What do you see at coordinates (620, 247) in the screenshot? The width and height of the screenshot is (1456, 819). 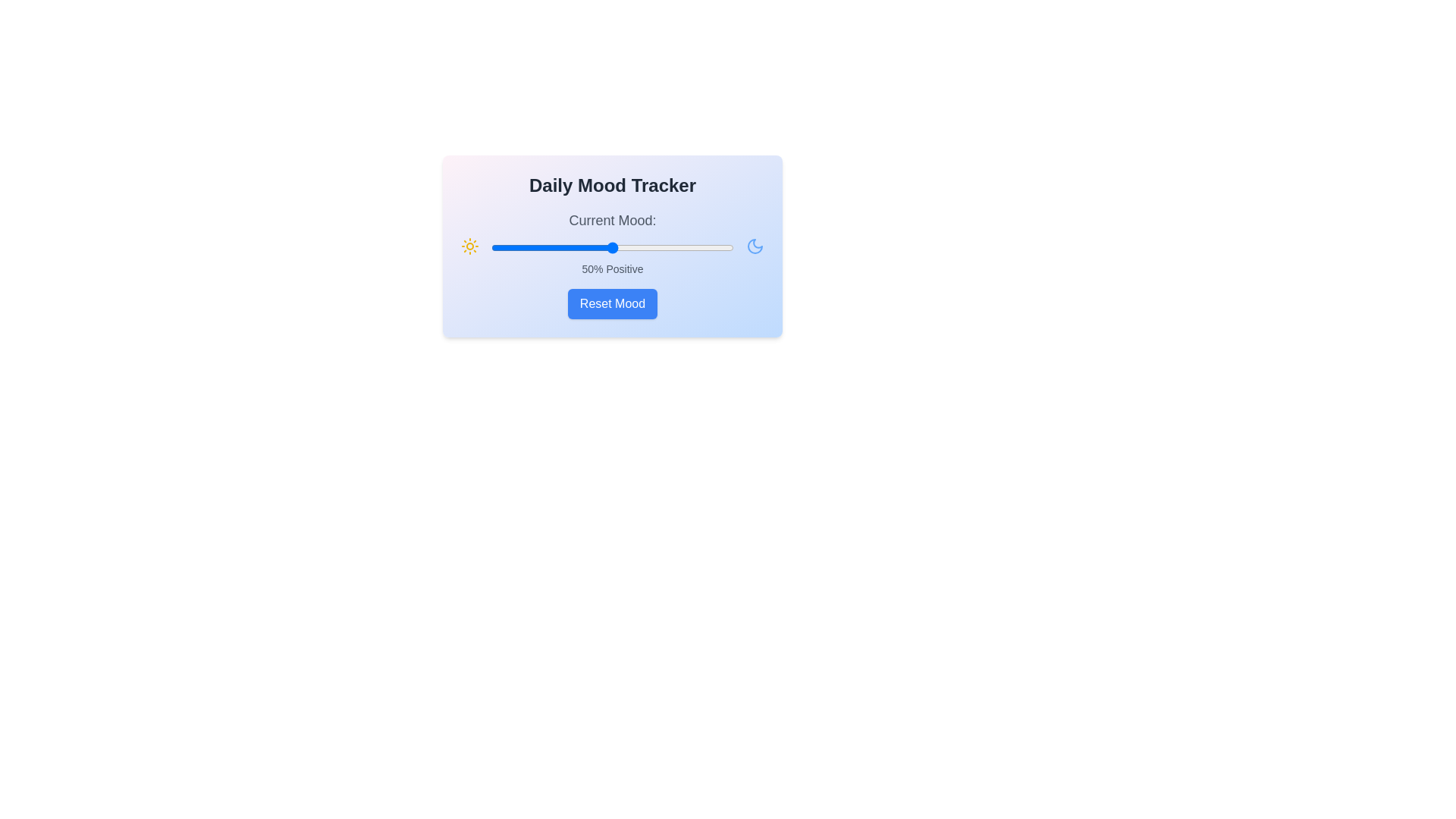 I see `mood rating` at bounding box center [620, 247].